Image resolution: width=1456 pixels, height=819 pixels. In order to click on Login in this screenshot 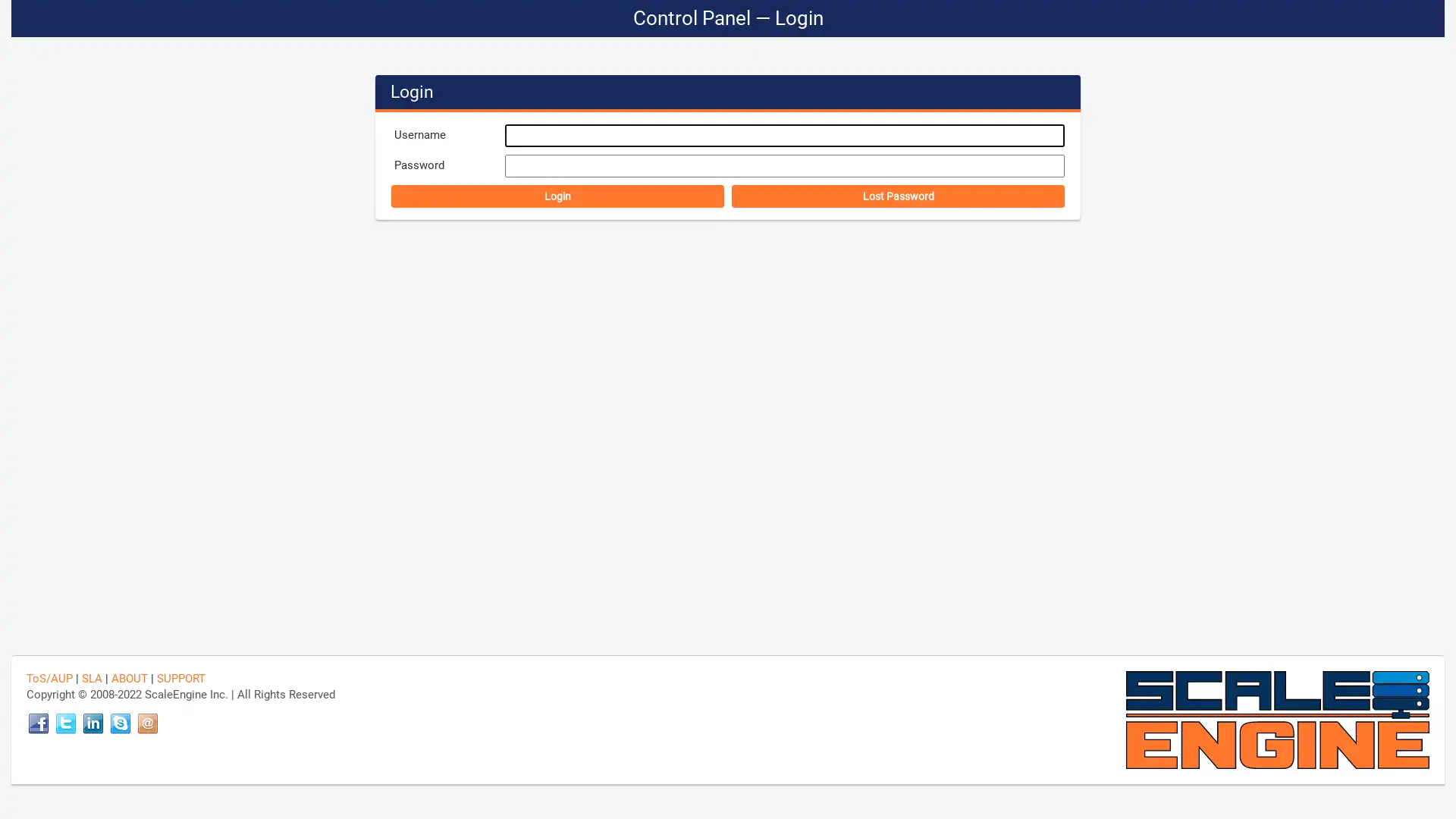, I will do `click(557, 195)`.